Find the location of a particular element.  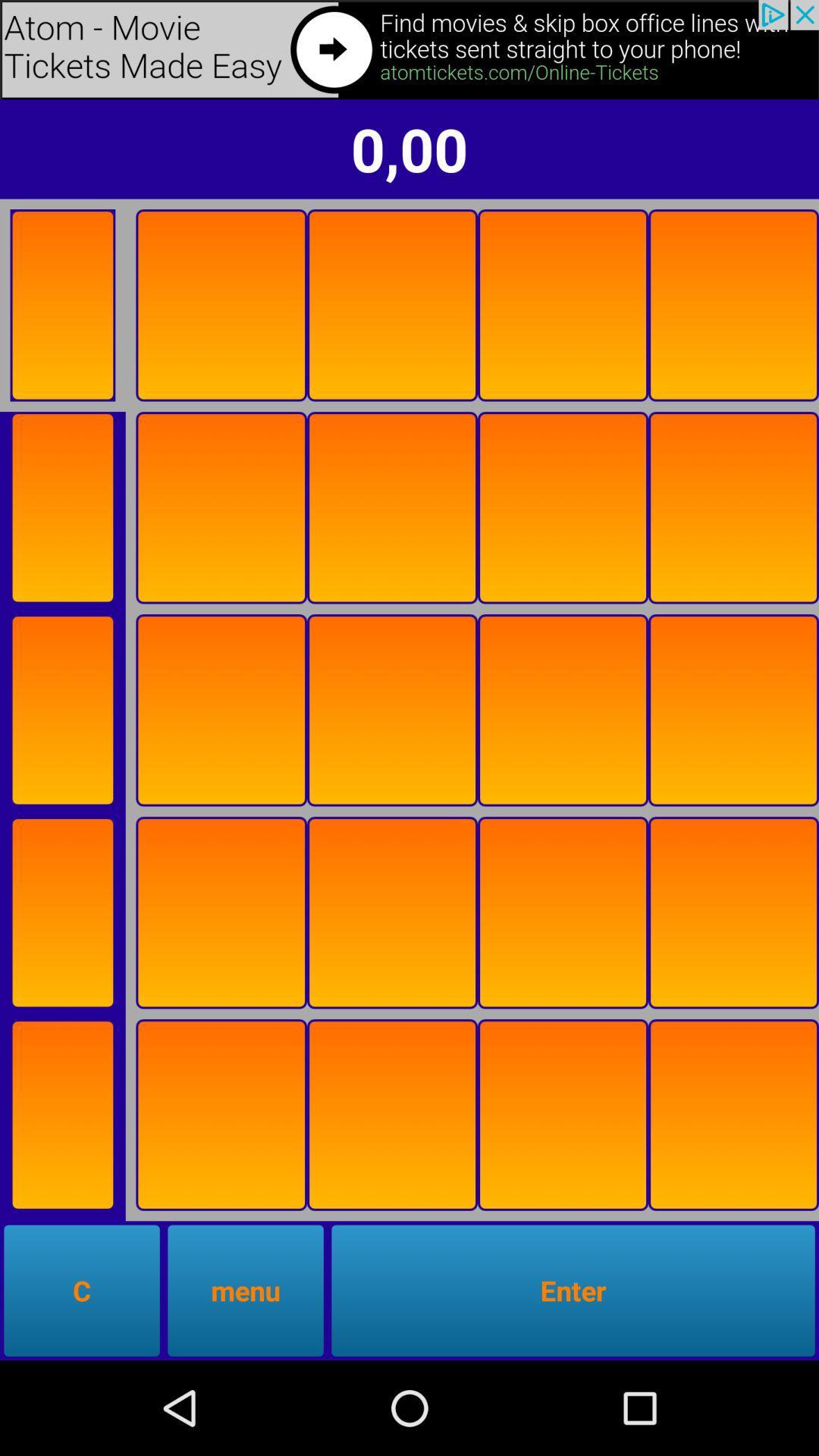

open advertisement is located at coordinates (409, 49).